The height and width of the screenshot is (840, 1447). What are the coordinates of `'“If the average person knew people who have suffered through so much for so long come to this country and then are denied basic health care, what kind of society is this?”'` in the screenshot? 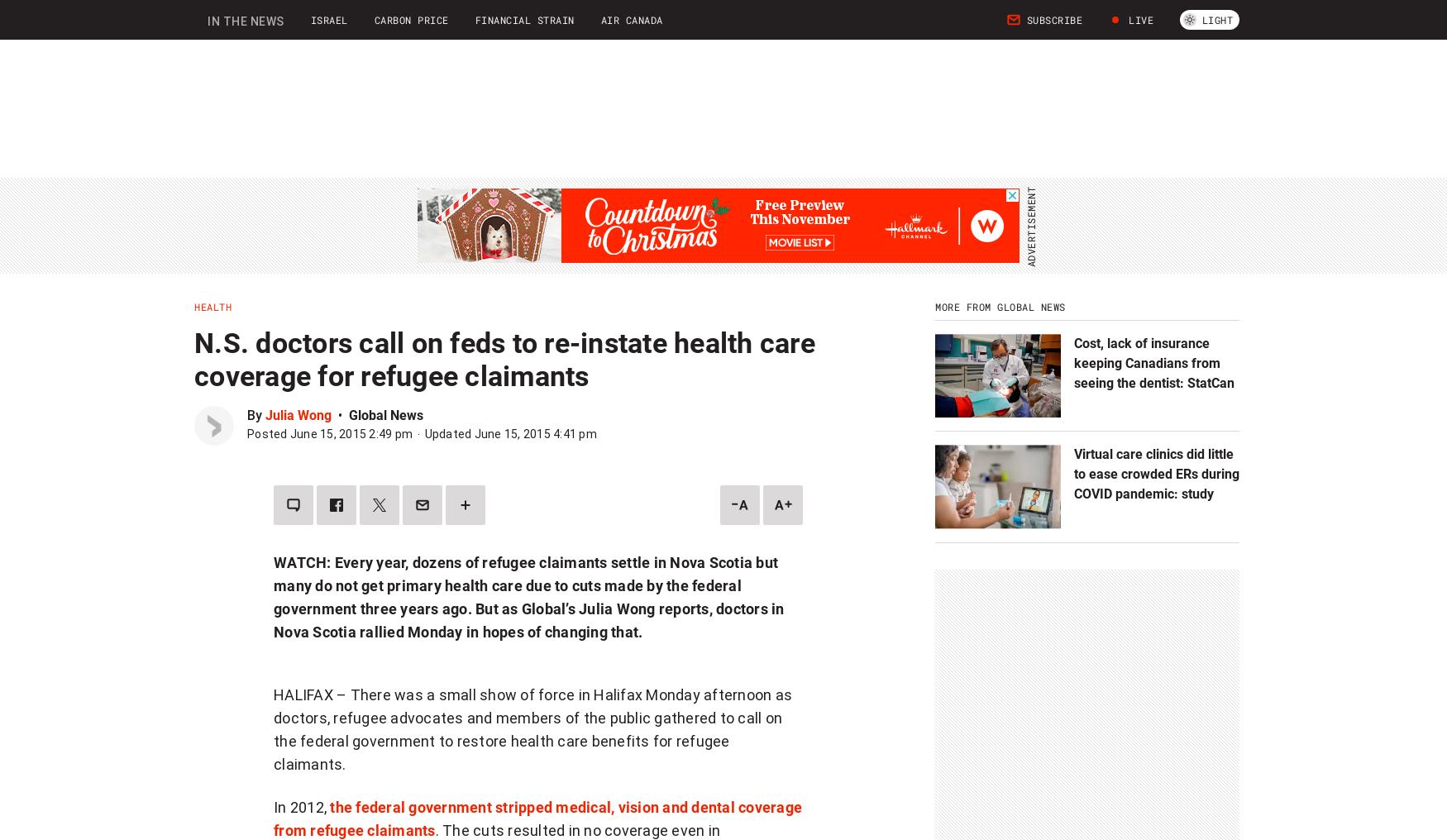 It's located at (537, 507).